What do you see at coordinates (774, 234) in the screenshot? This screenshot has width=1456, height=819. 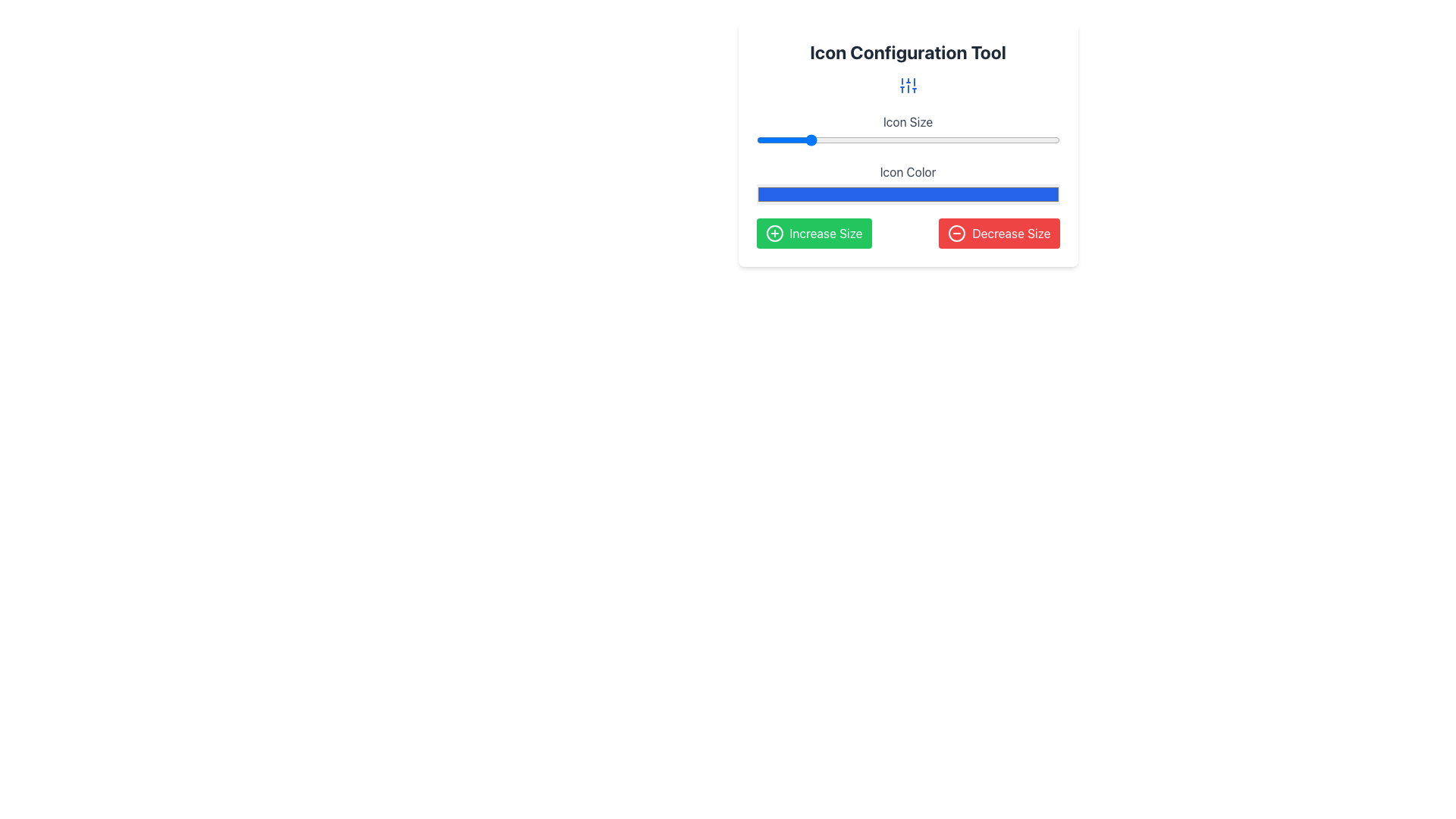 I see `the circular decorative element of the 'Increase Size' button in the 'Icon Configuration Tool' interface` at bounding box center [774, 234].